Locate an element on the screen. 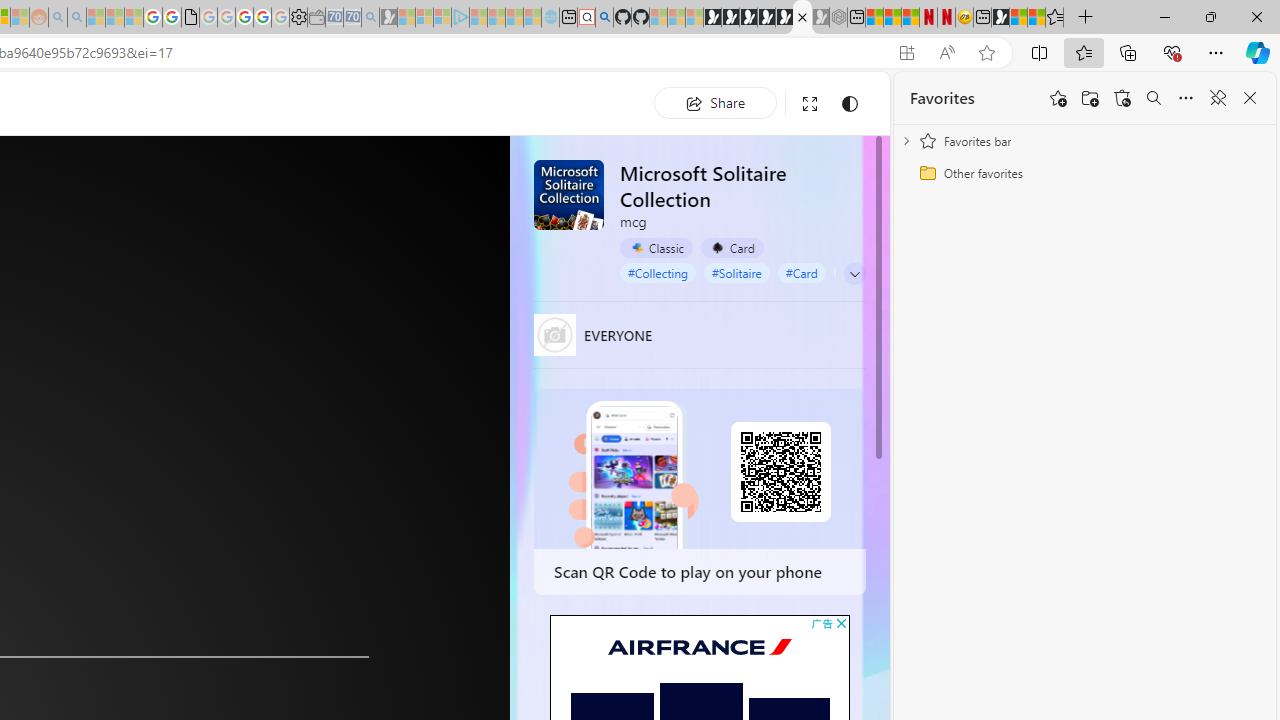  '#Collecting' is located at coordinates (658, 272).